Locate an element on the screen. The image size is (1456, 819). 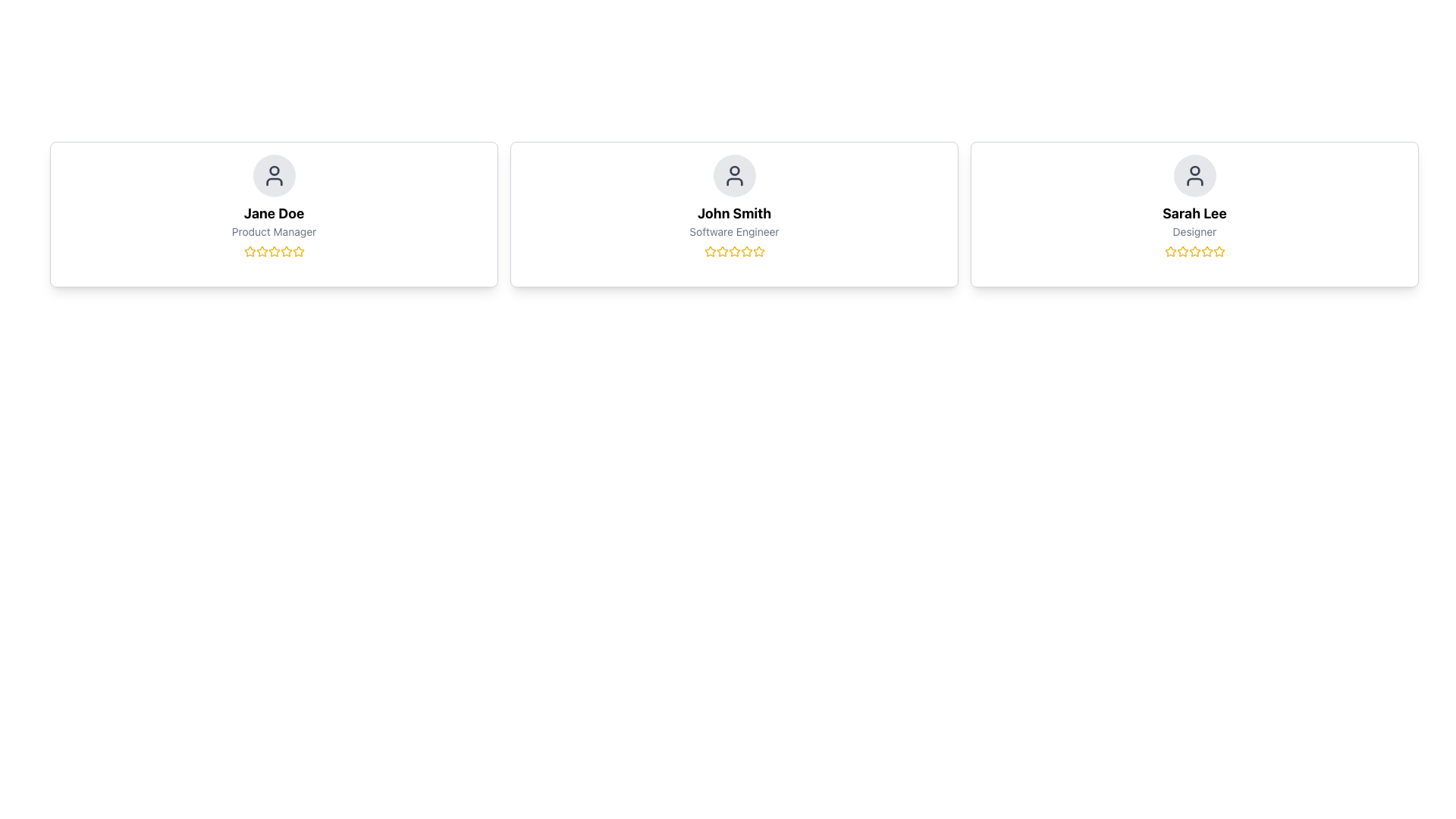
the user profile head icon for 'Sarah Lee', which is a circular SVG element located at the top-center of her profile card on the right side of the layout is located at coordinates (1194, 171).